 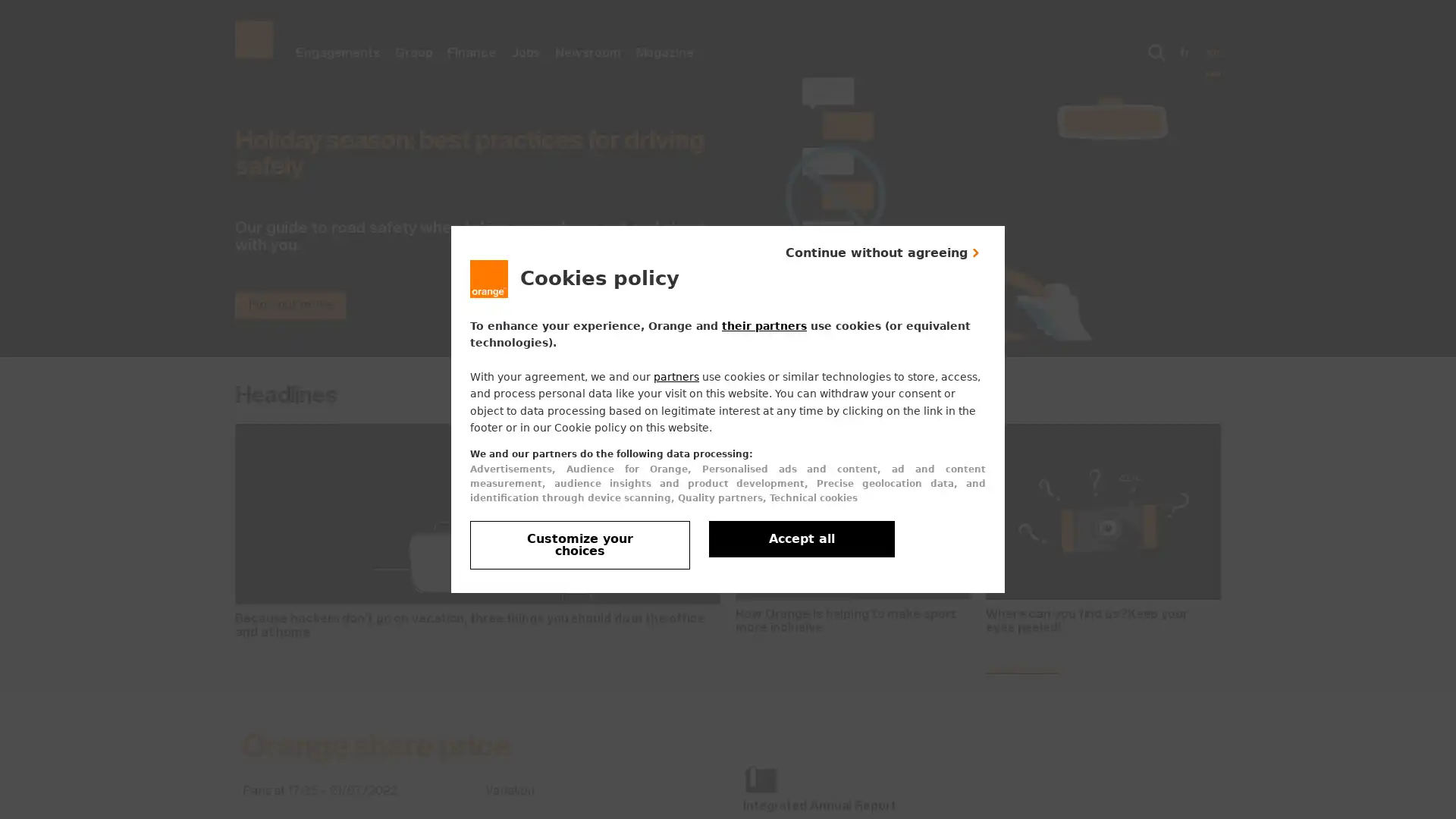 I want to click on Continue without agreeing, so click(x=883, y=251).